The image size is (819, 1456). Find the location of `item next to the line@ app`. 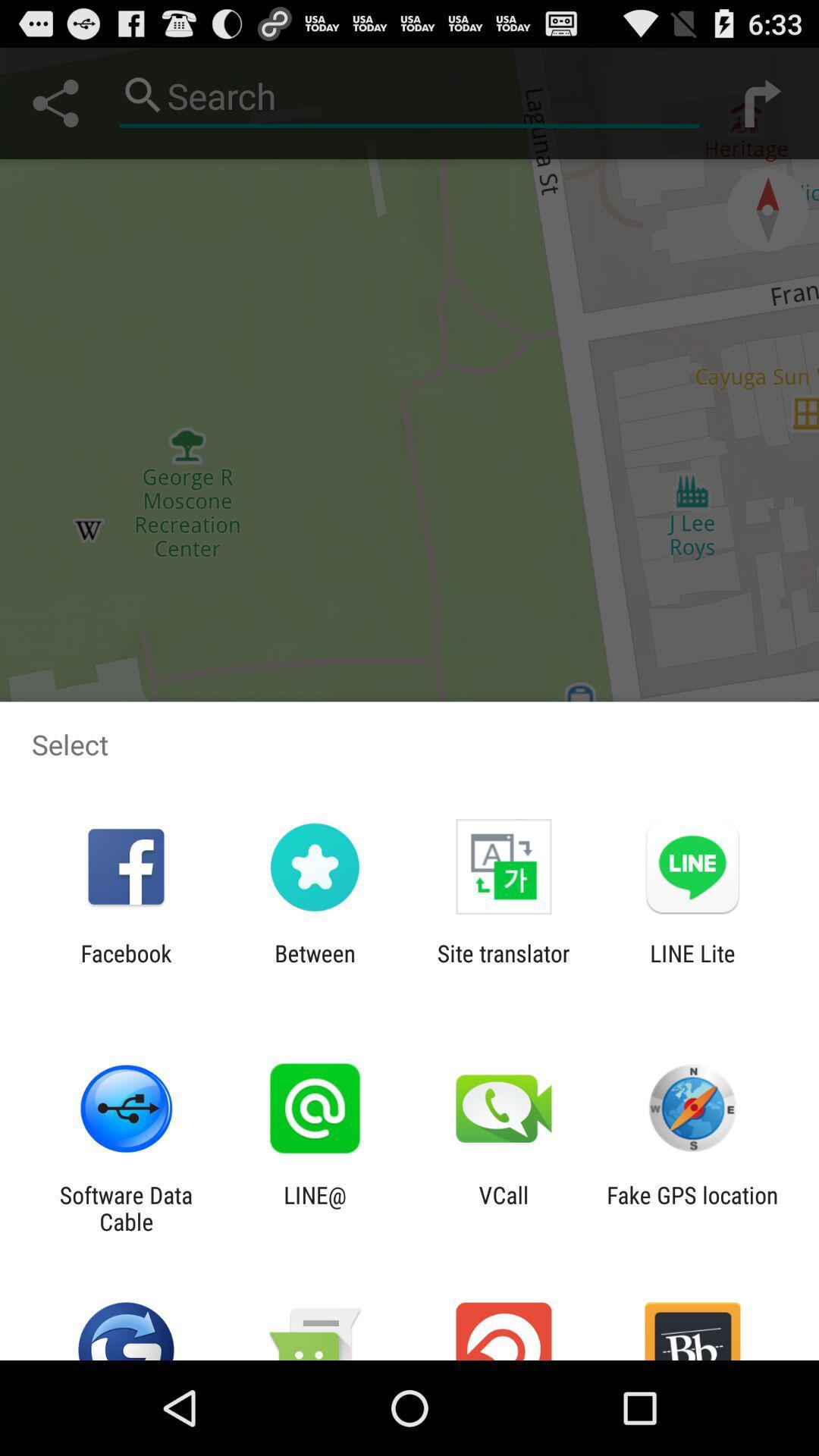

item next to the line@ app is located at coordinates (504, 1207).